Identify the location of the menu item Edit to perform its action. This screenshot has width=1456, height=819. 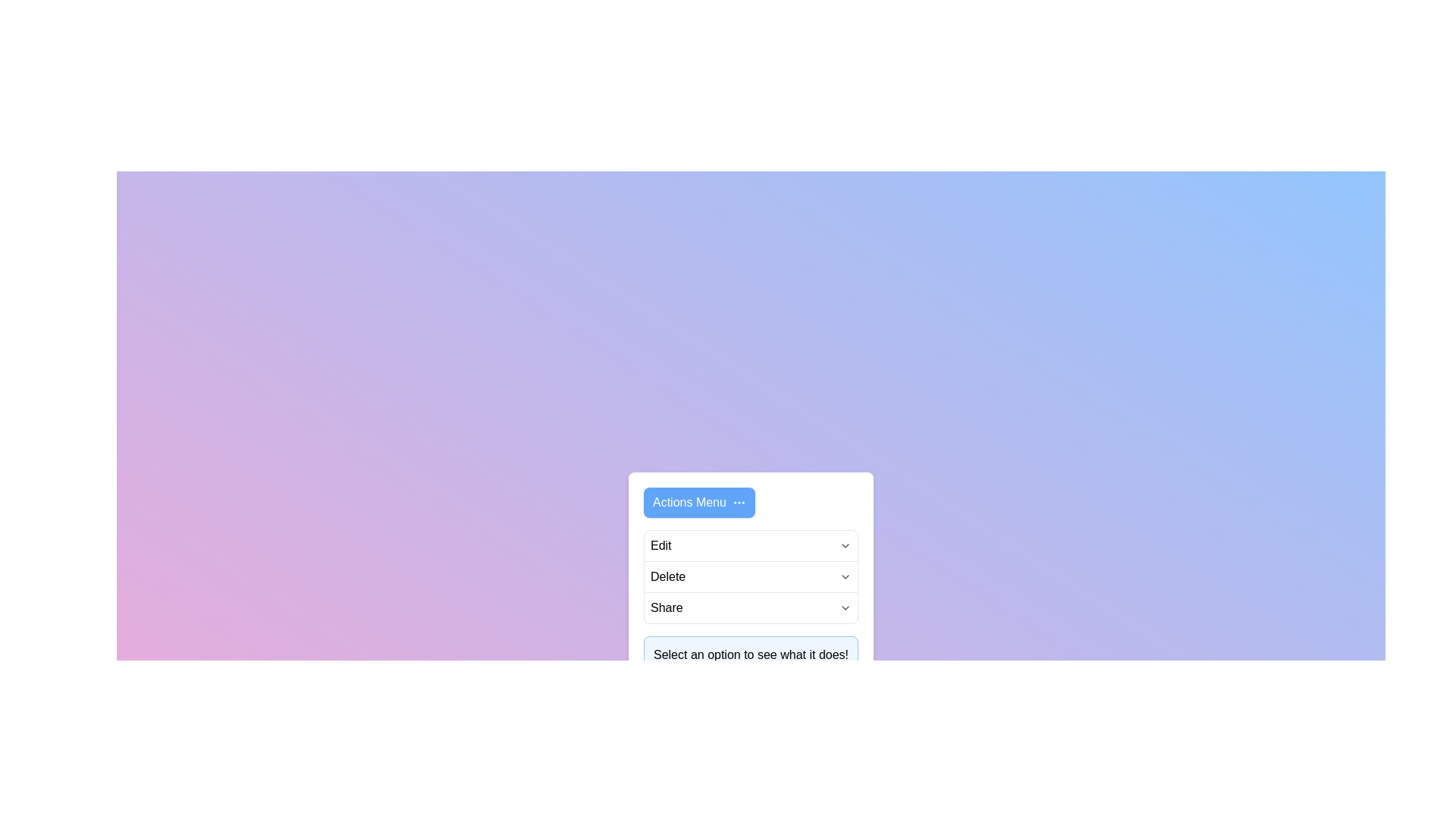
(661, 546).